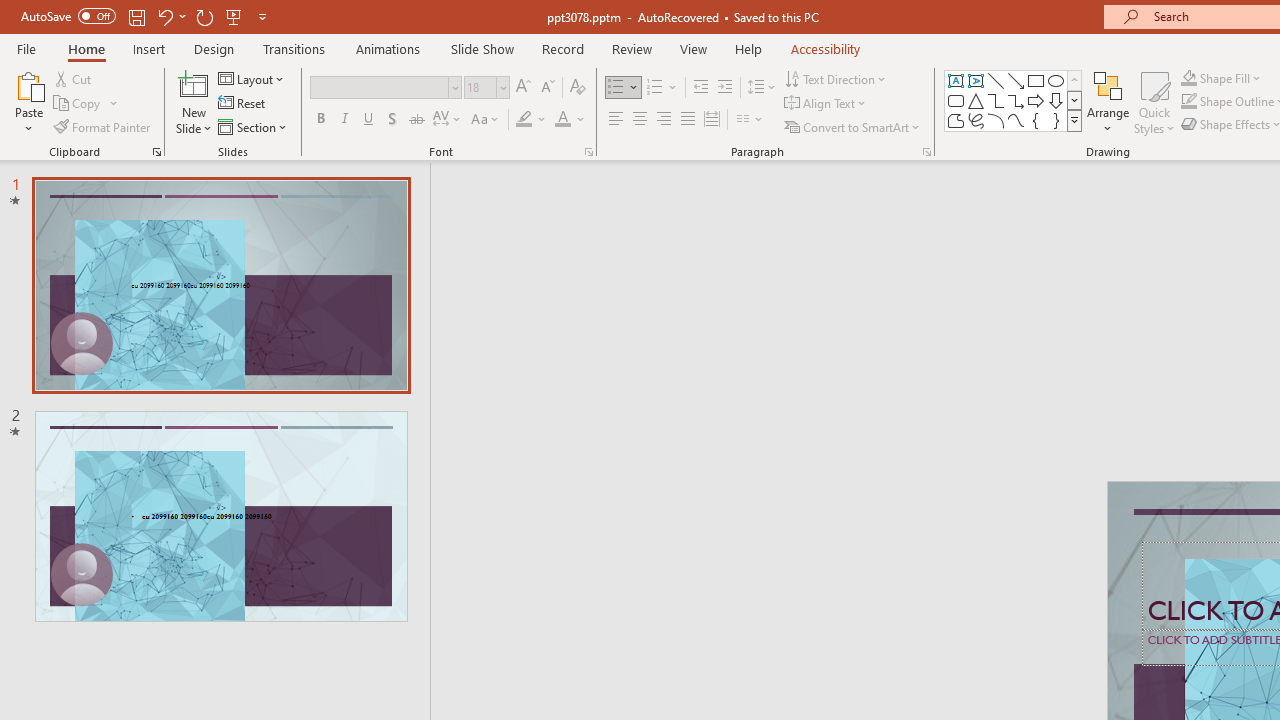 This screenshot has width=1280, height=720. Describe the element at coordinates (688, 119) in the screenshot. I see `'Justify'` at that location.